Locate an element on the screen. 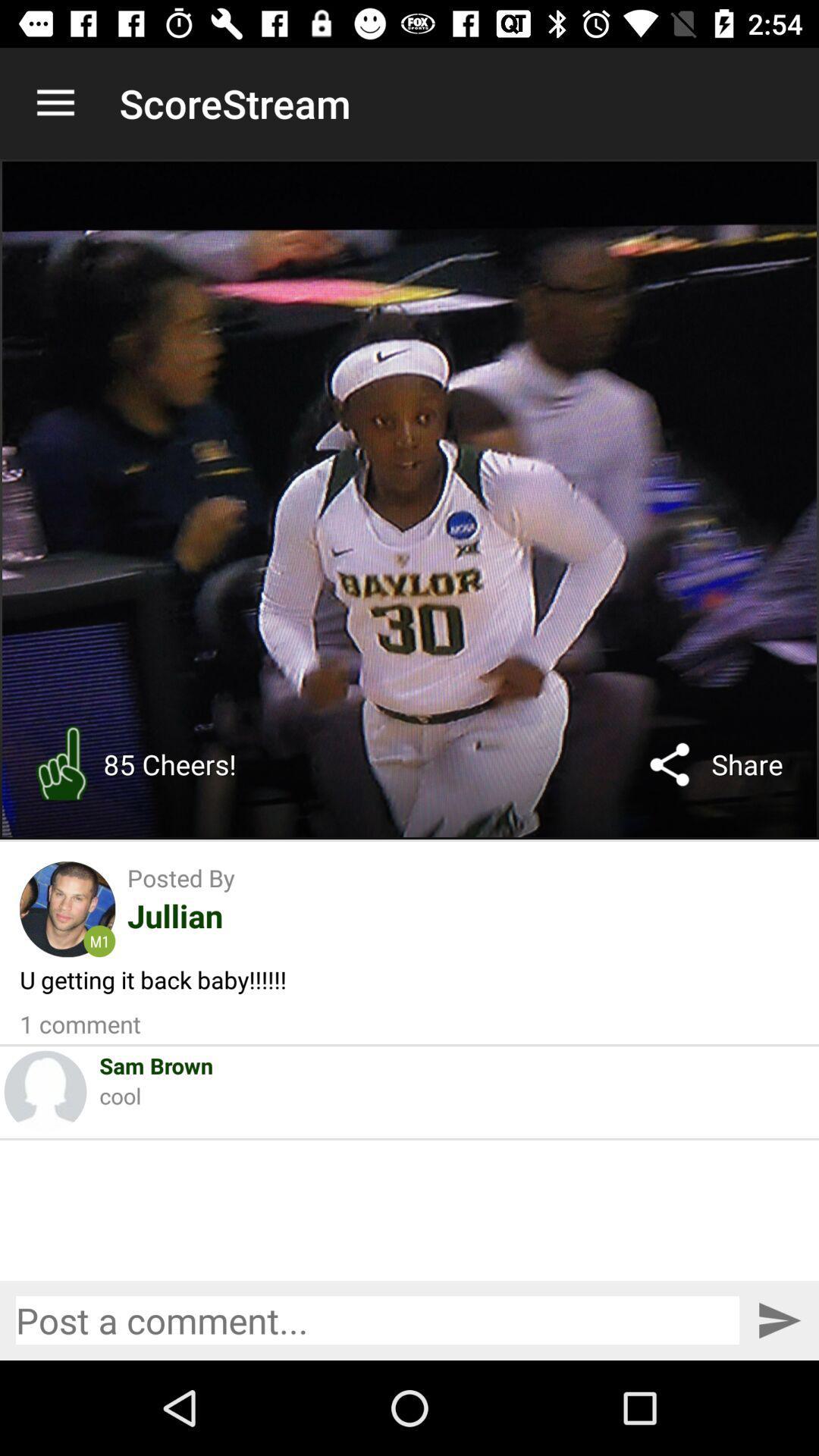  leave a comment is located at coordinates (376, 1319).